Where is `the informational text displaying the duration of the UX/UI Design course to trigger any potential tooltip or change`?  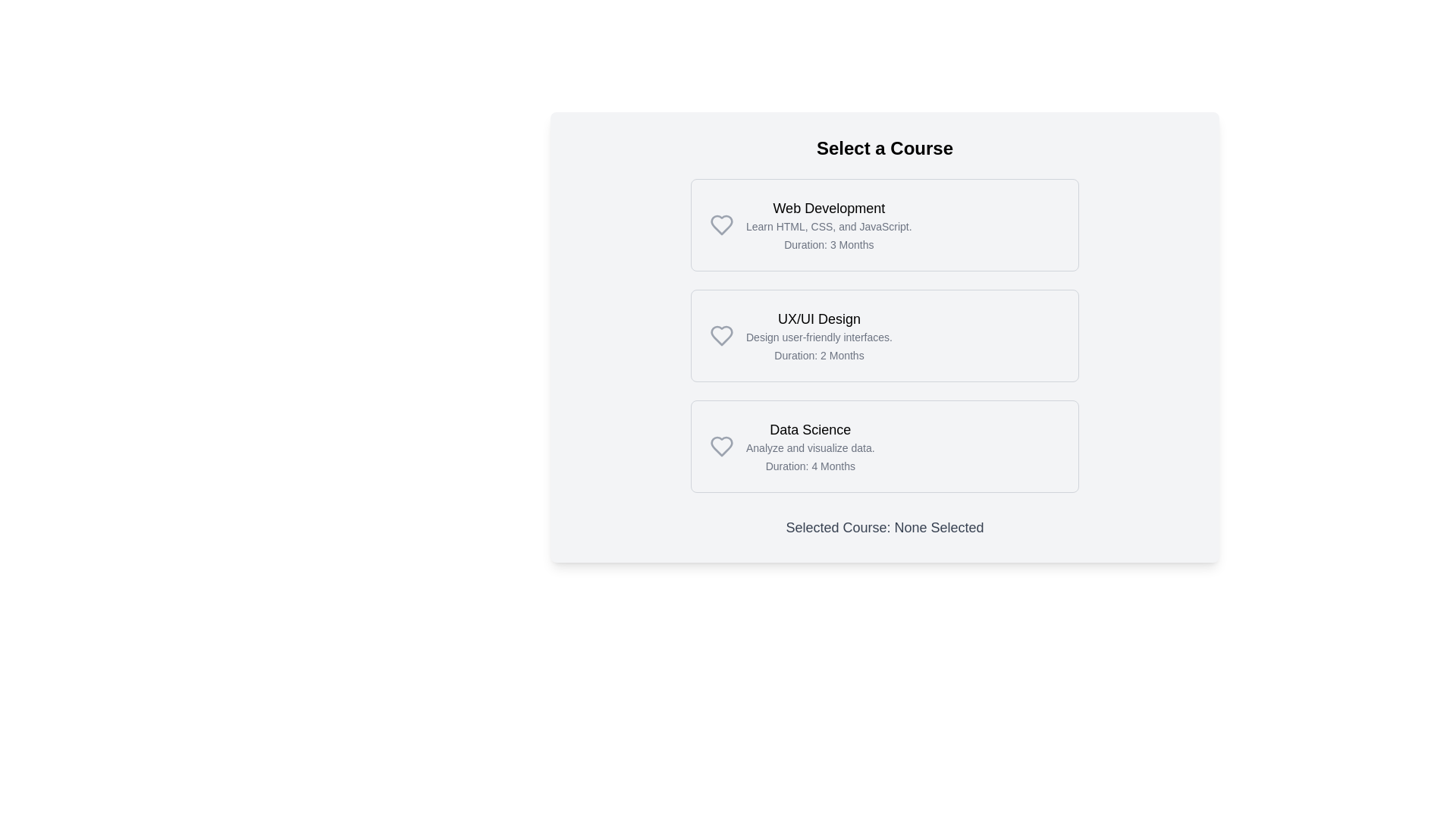 the informational text displaying the duration of the UX/UI Design course to trigger any potential tooltip or change is located at coordinates (818, 356).